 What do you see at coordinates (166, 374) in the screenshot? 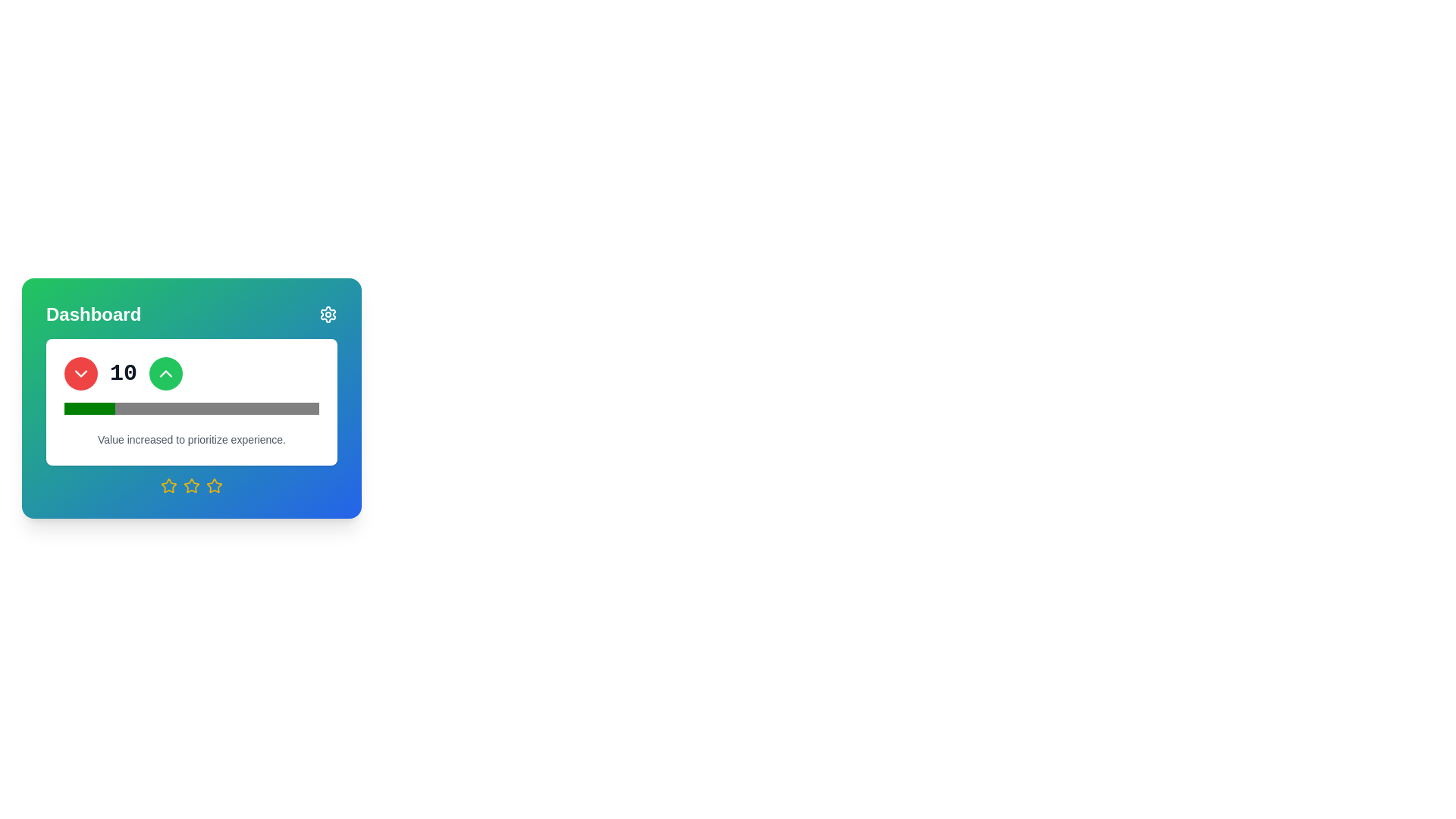
I see `the circular green button with a white upward-pointing chevron icon` at bounding box center [166, 374].